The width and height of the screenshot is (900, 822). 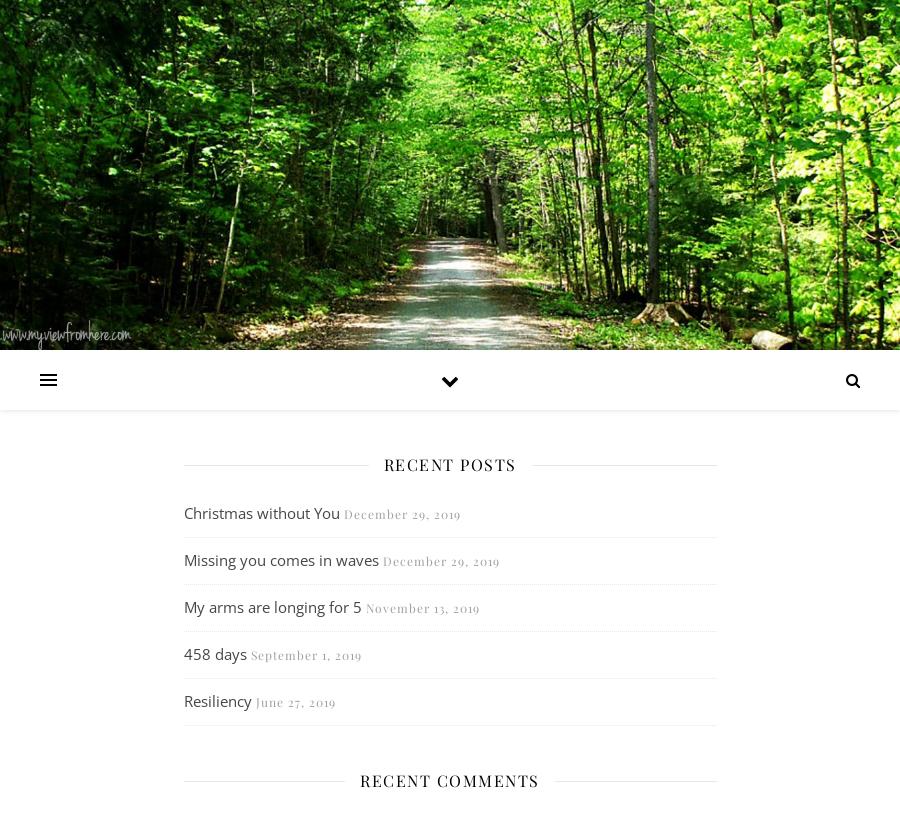 What do you see at coordinates (422, 607) in the screenshot?
I see `'November 13, 2019'` at bounding box center [422, 607].